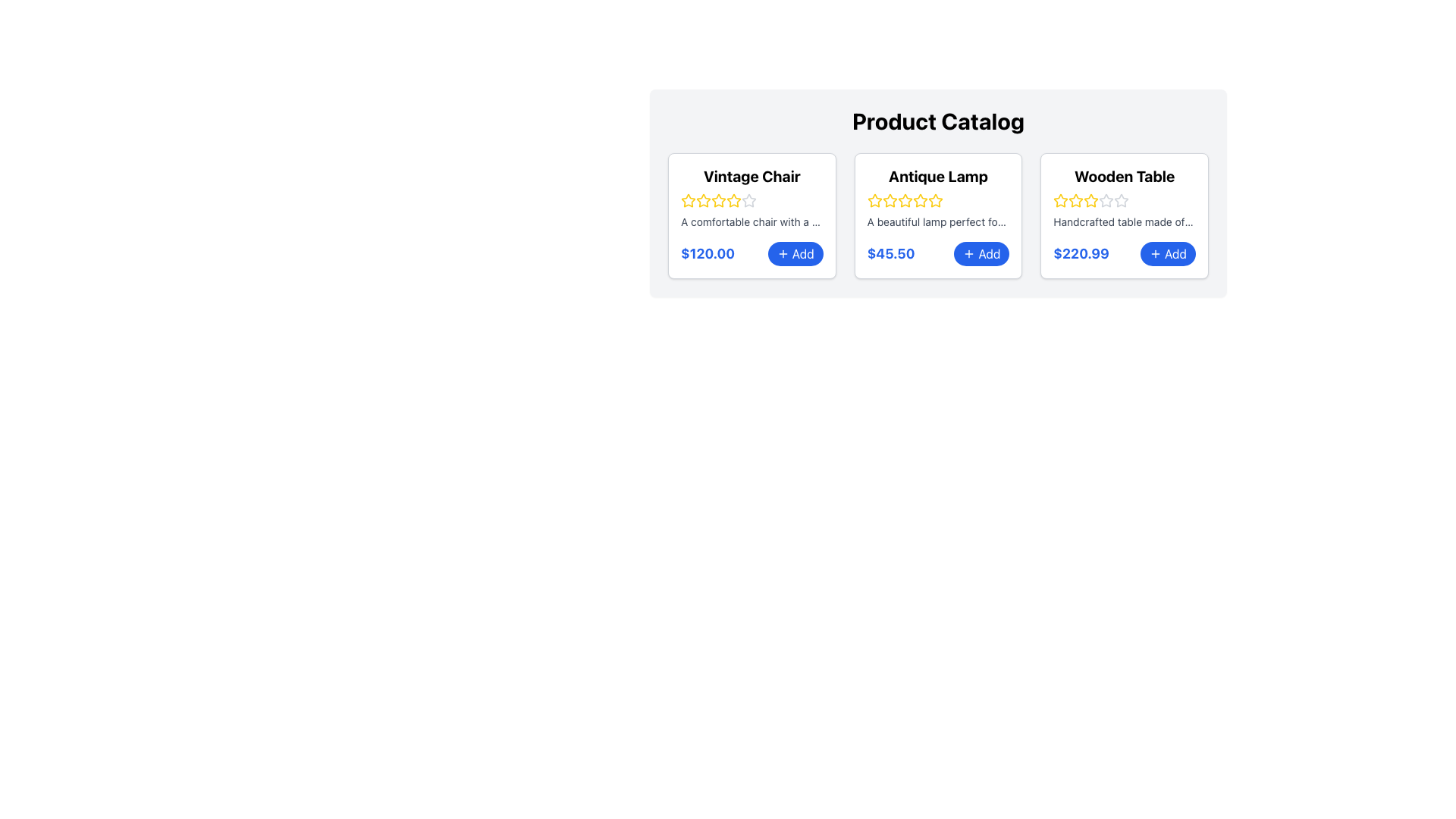 The image size is (1456, 819). I want to click on the blue plus sign SVG icon located within the 'Add' button for the 'Wooden Table' product, so click(1154, 253).